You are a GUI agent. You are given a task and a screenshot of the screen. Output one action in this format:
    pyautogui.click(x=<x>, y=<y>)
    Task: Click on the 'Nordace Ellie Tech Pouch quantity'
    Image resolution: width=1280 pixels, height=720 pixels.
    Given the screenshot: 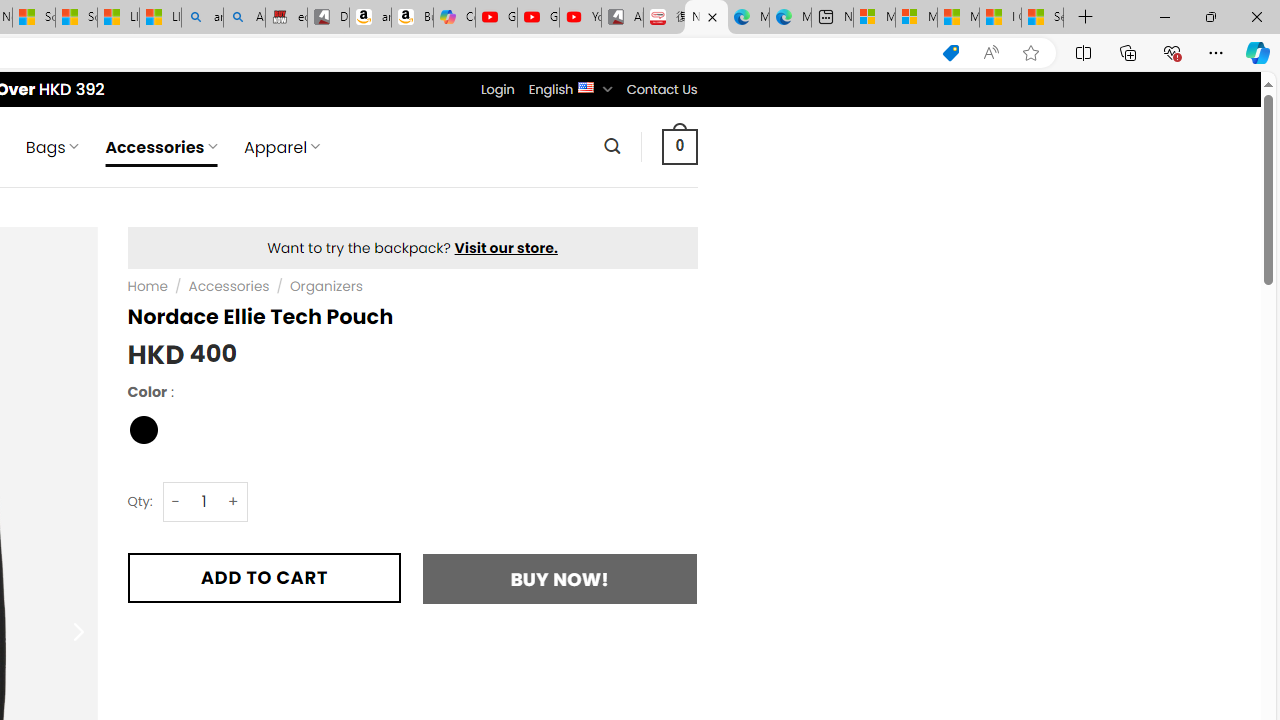 What is the action you would take?
    pyautogui.click(x=204, y=500)
    